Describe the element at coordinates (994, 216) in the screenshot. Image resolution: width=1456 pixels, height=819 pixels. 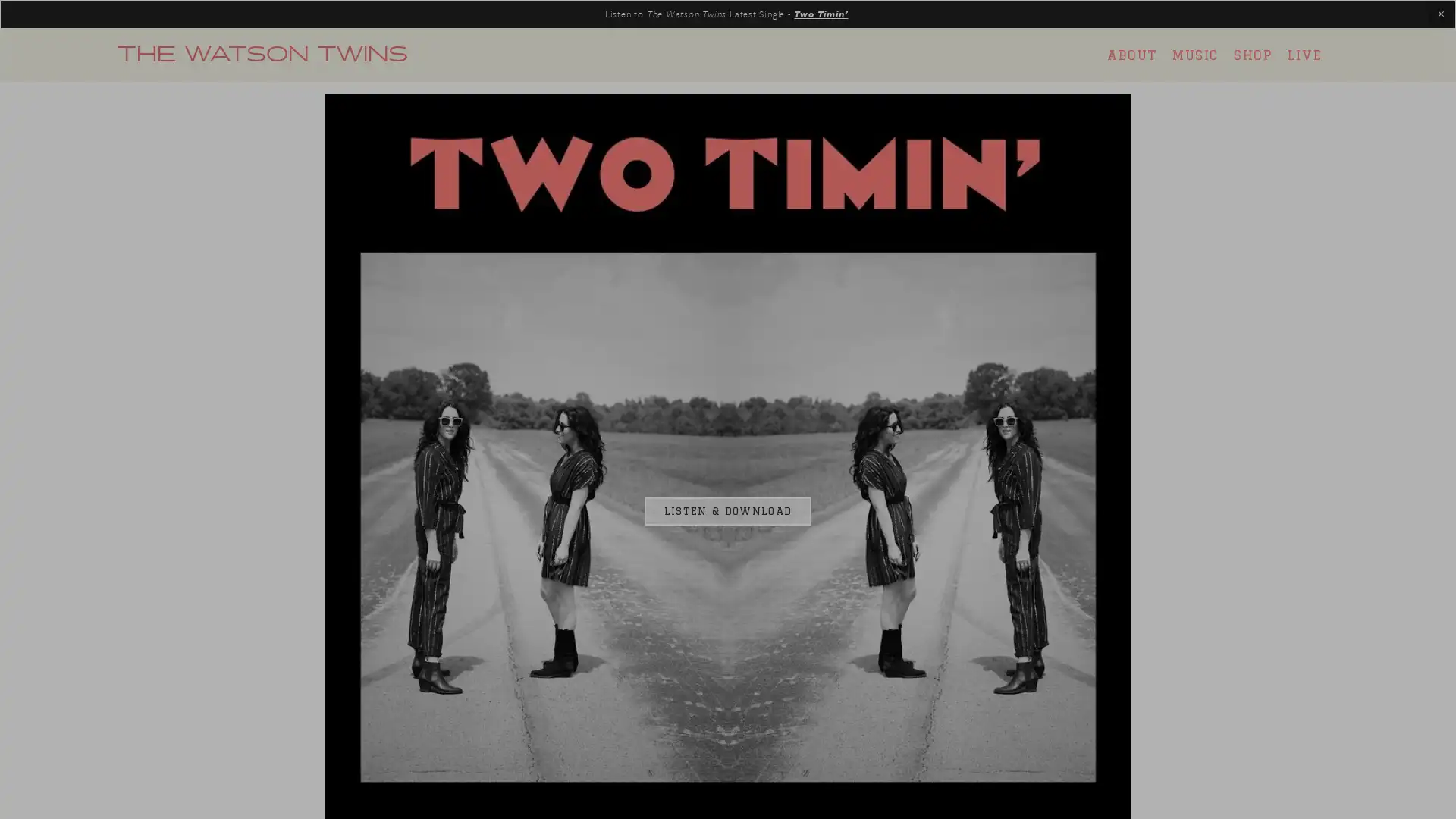
I see `Close` at that location.